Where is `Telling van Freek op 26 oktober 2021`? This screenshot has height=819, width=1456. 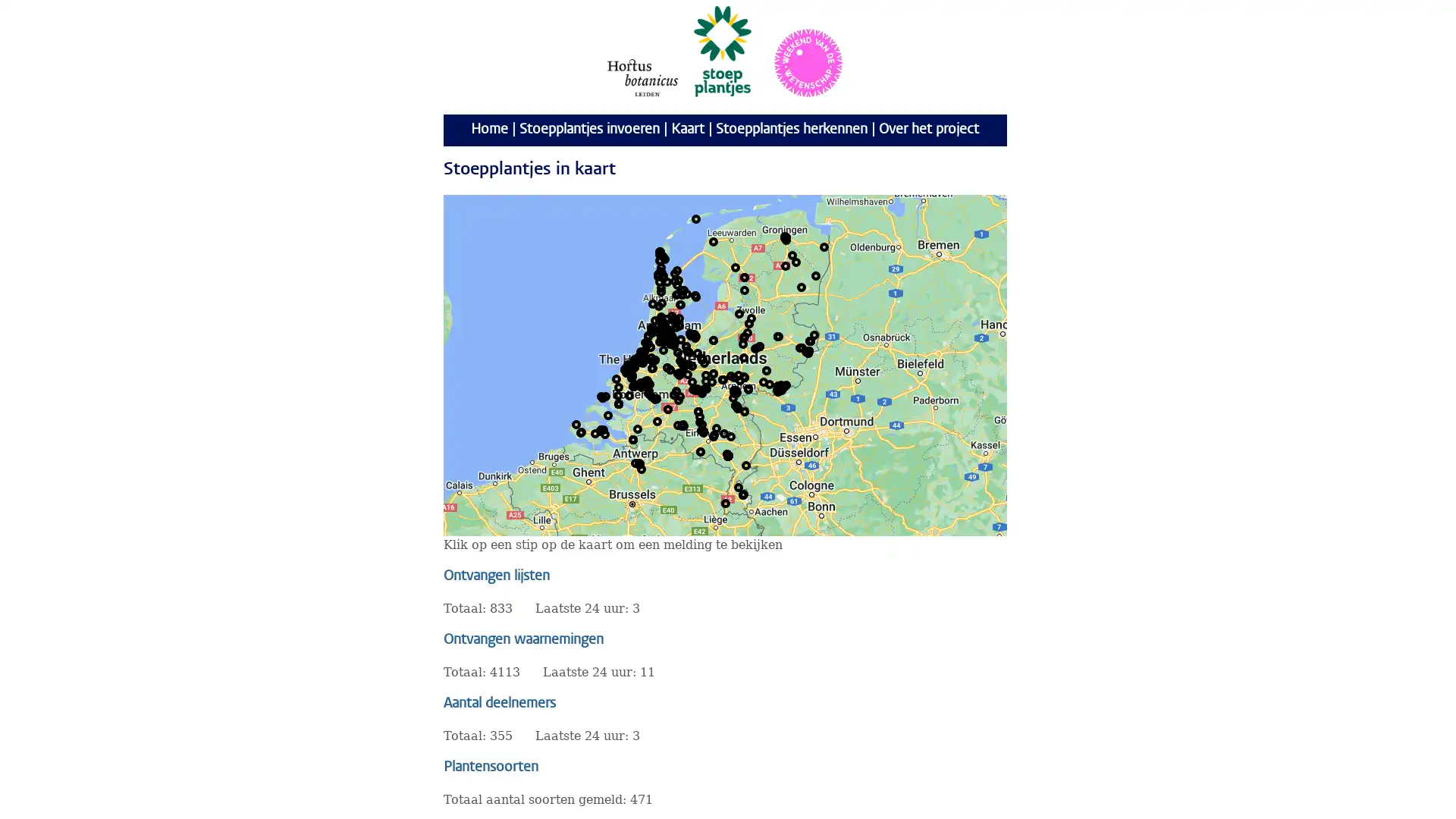 Telling van Freek op 26 oktober 2021 is located at coordinates (675, 318).